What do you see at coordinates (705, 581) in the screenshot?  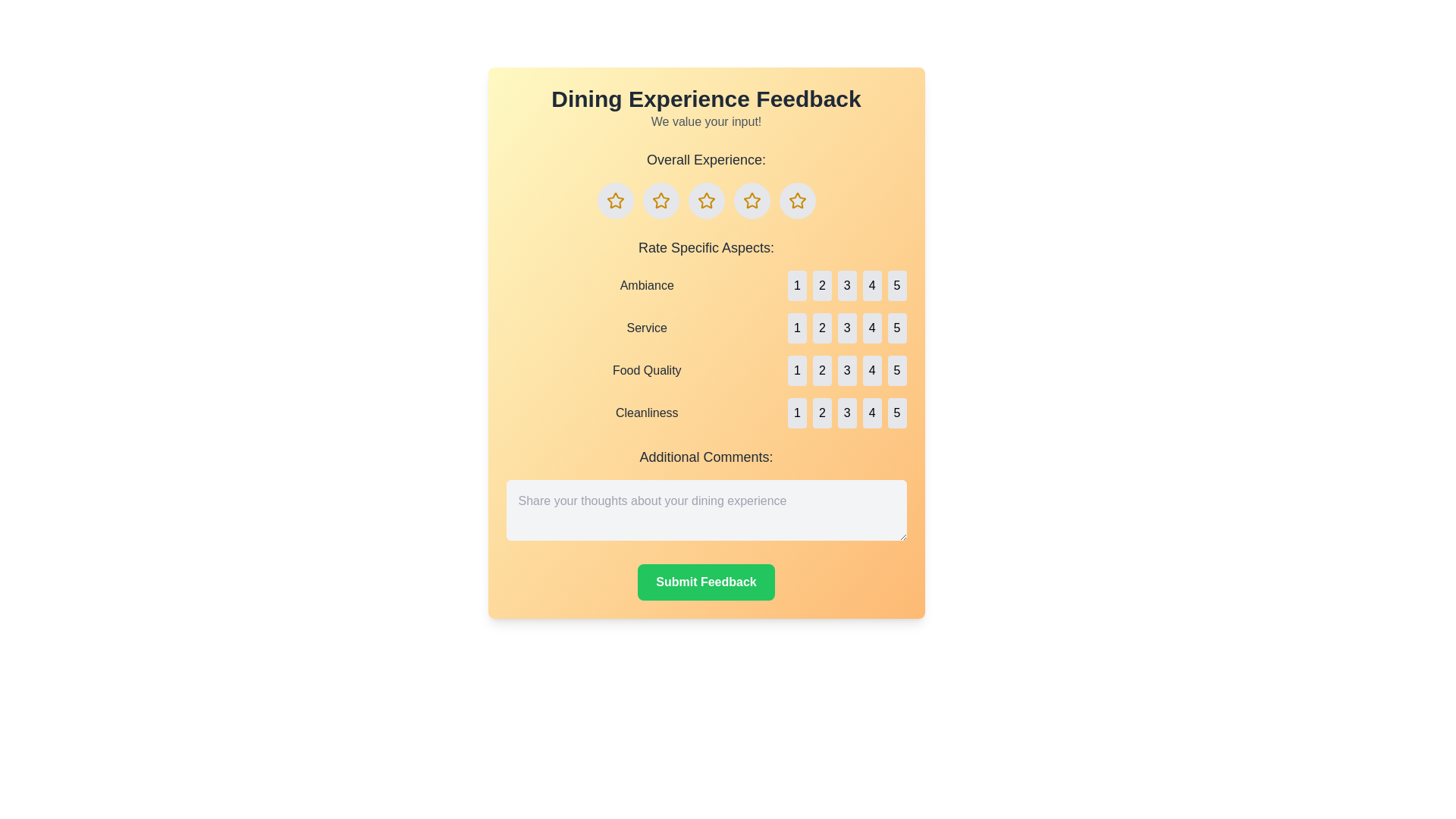 I see `the feedback submission button located at the bottom of the feedback form` at bounding box center [705, 581].